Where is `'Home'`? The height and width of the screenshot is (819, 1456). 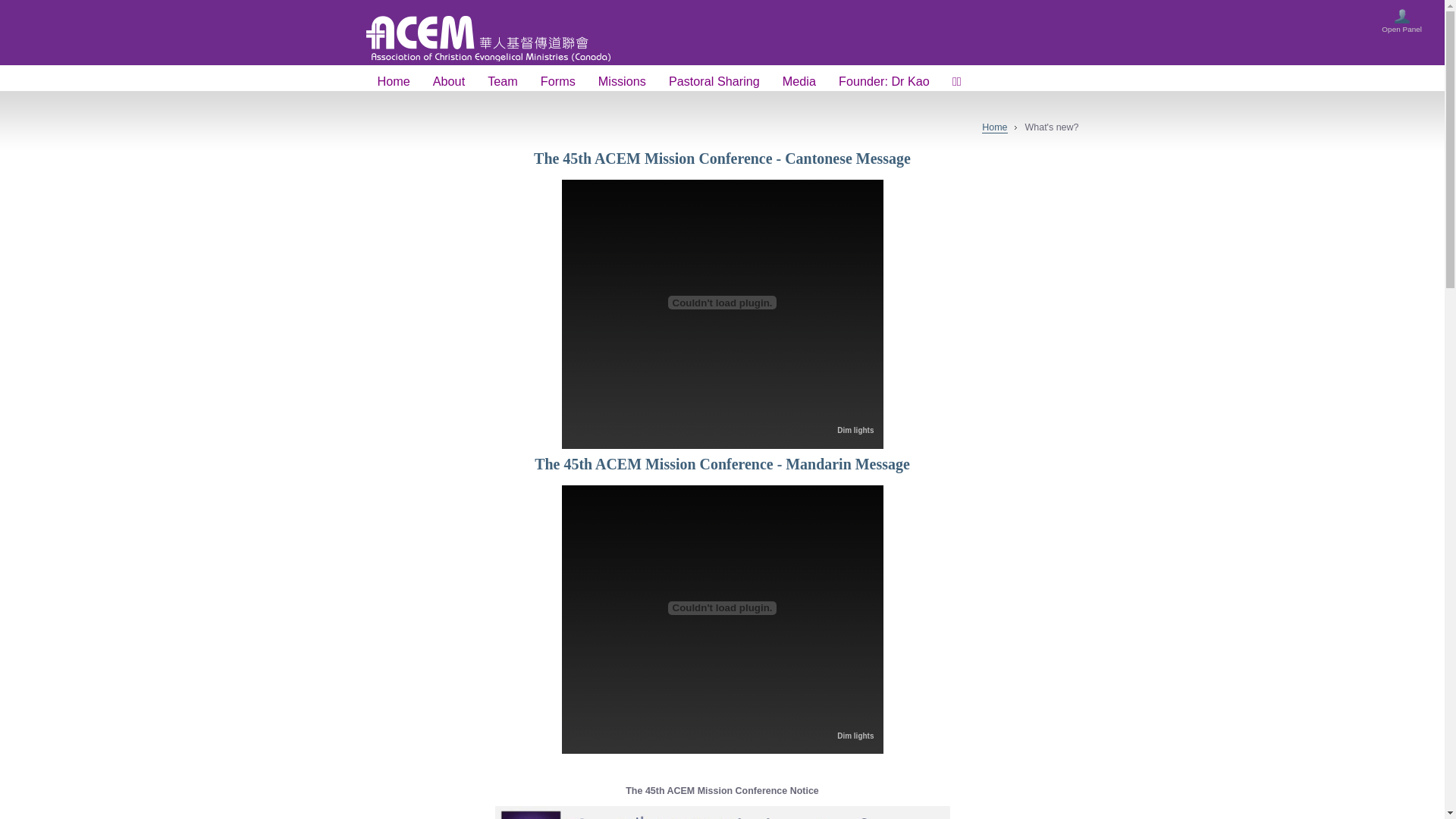
'Home' is located at coordinates (994, 127).